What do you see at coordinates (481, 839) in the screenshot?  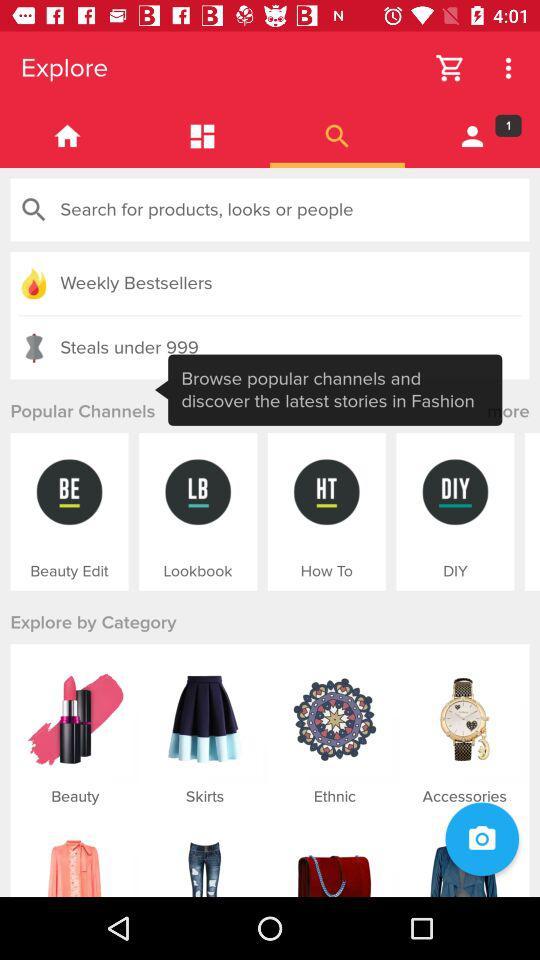 I see `open camera` at bounding box center [481, 839].